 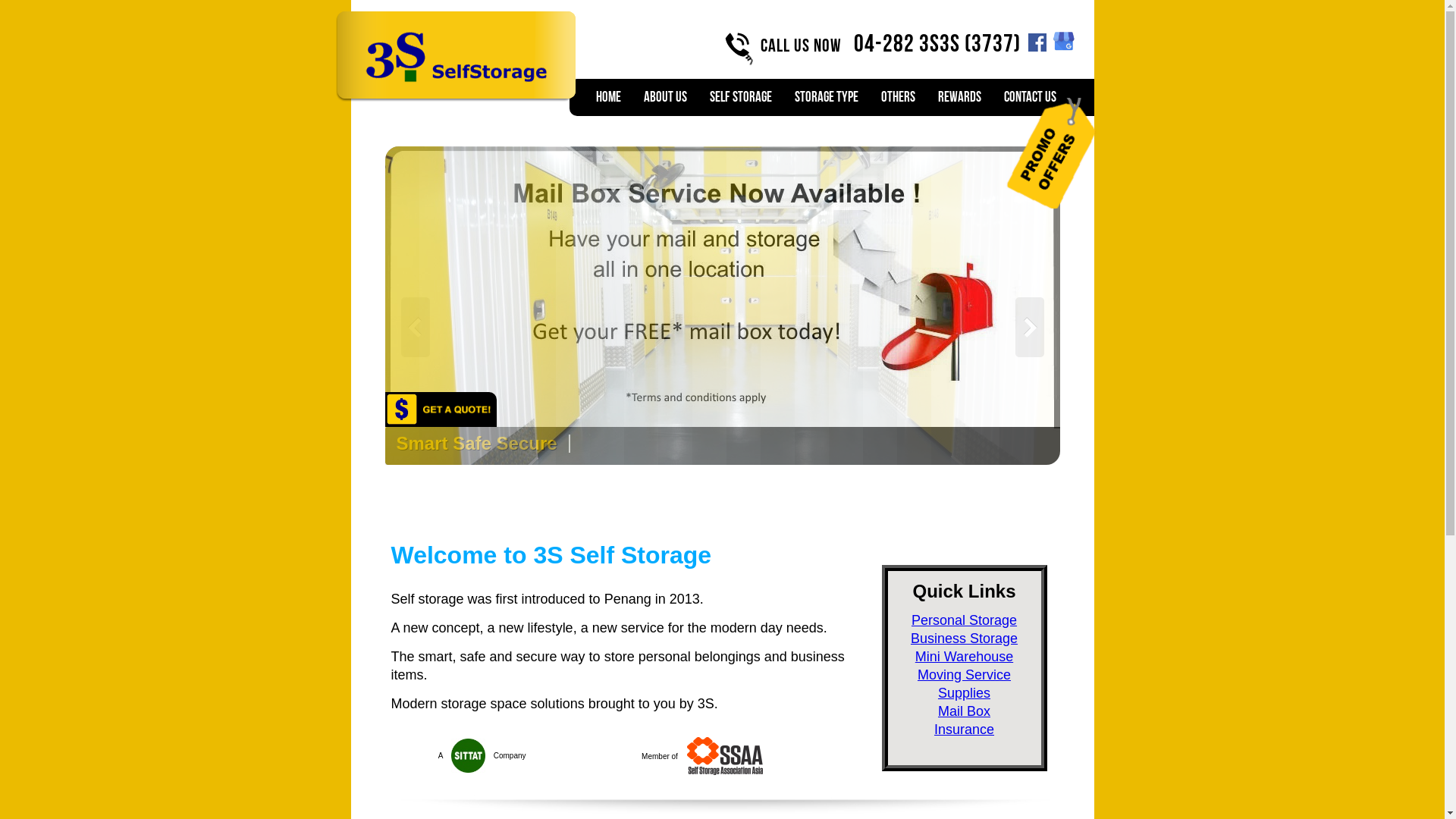 I want to click on 'Business Storage', so click(x=963, y=638).